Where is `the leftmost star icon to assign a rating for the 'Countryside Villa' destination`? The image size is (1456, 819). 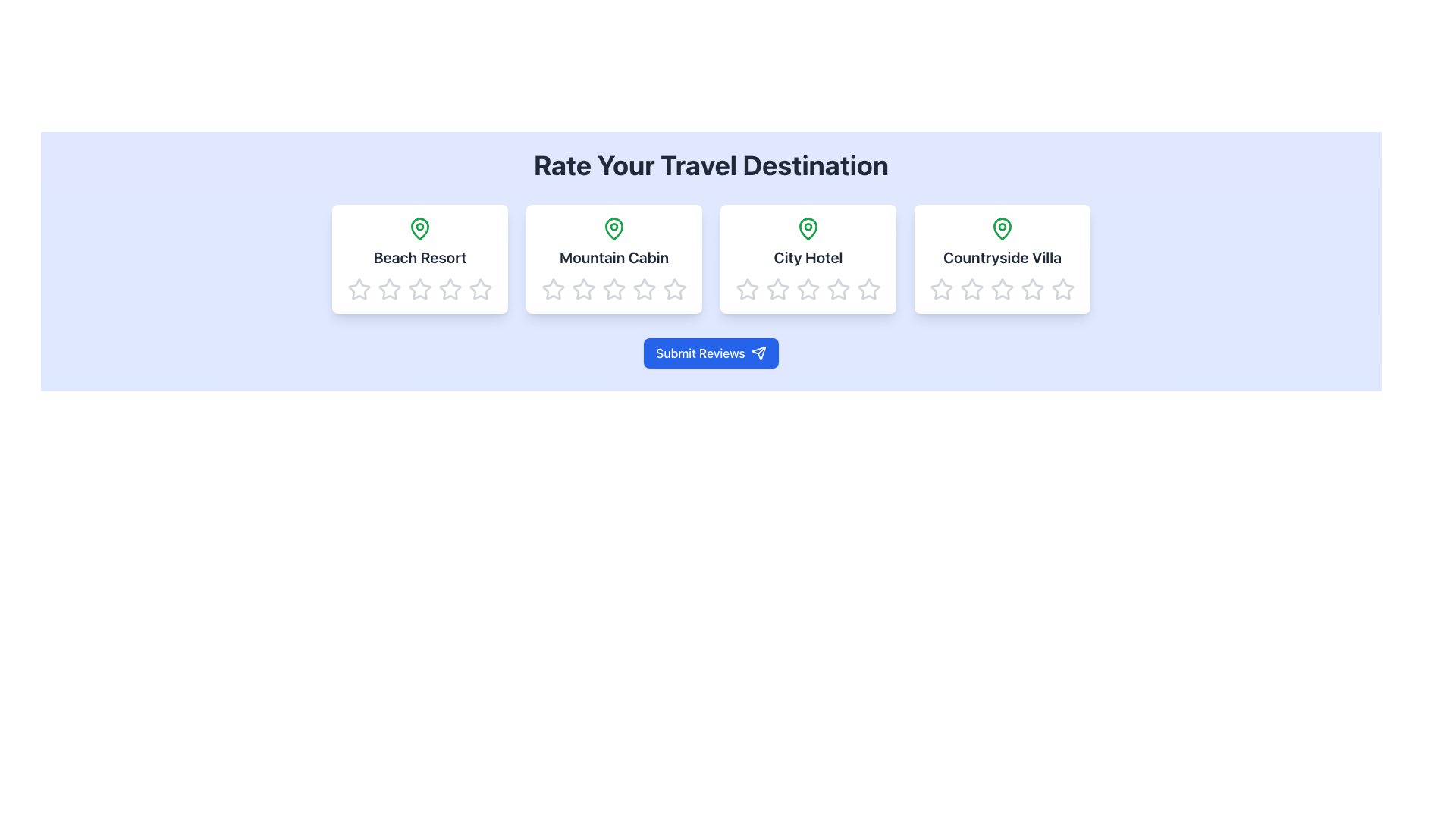
the leftmost star icon to assign a rating for the 'Countryside Villa' destination is located at coordinates (971, 289).